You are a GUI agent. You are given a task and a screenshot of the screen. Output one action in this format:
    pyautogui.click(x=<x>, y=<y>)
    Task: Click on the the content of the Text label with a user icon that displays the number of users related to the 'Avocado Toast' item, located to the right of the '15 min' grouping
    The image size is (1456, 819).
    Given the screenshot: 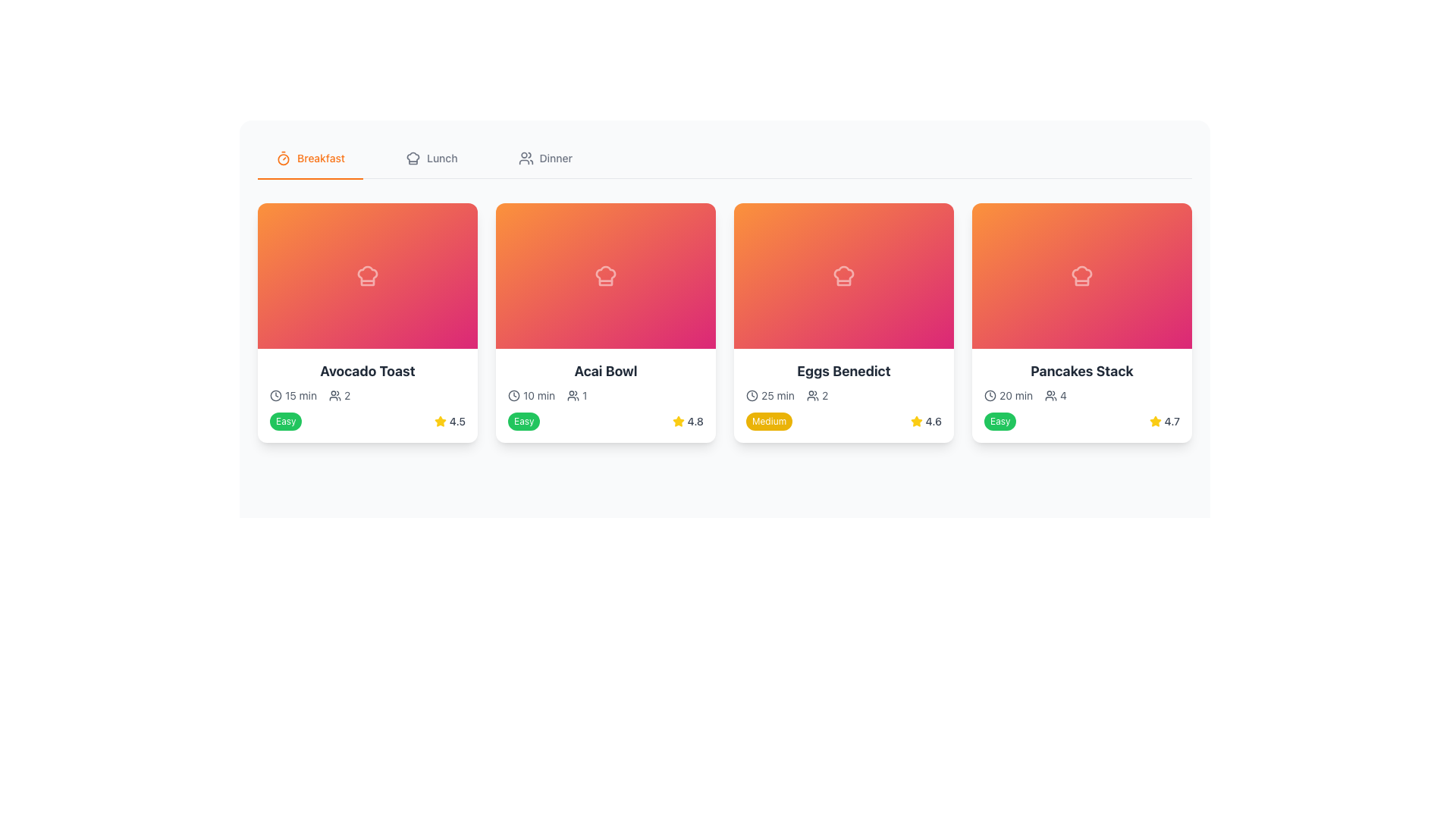 What is the action you would take?
    pyautogui.click(x=339, y=394)
    